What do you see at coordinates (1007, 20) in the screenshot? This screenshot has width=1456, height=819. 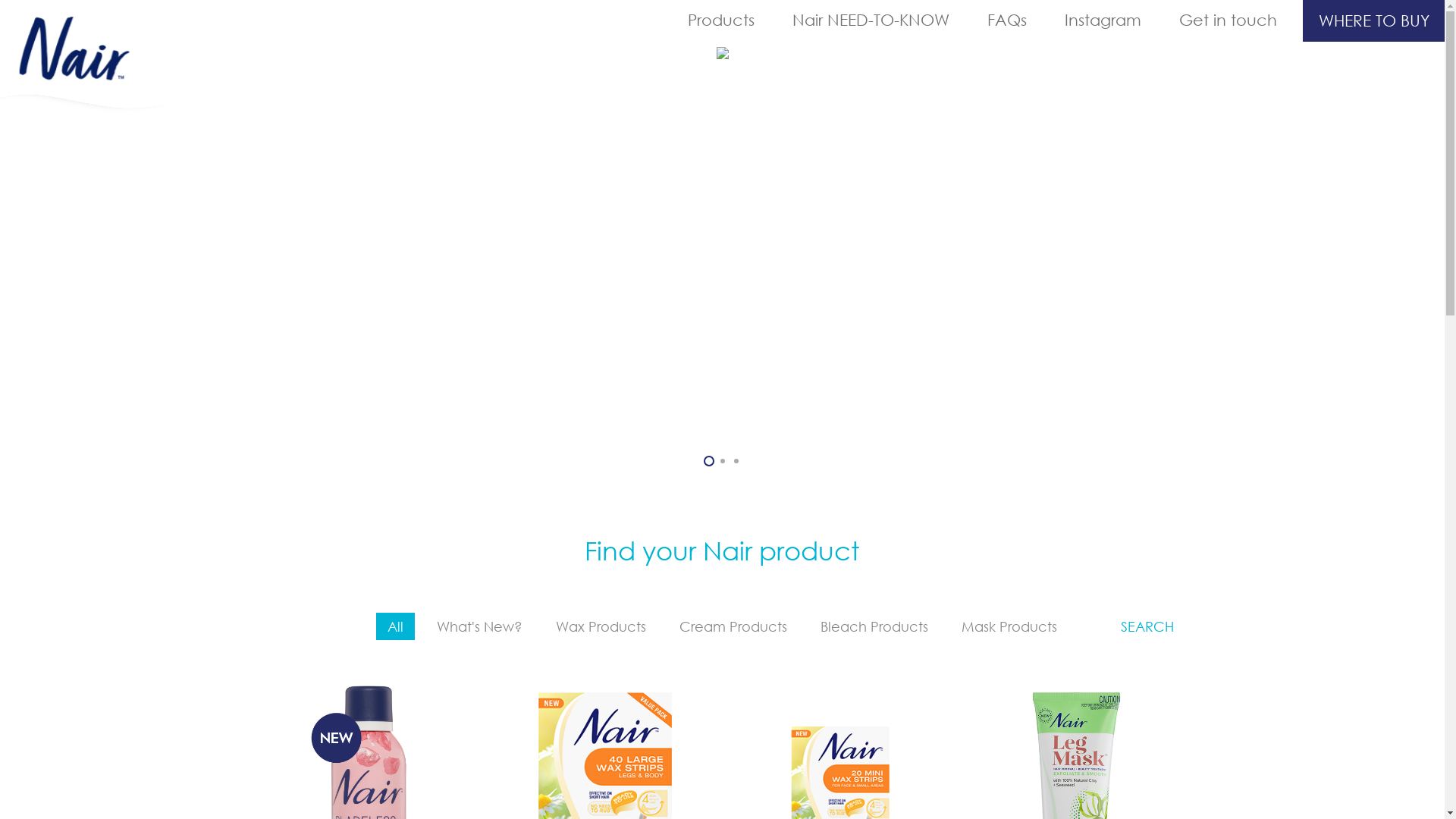 I see `'FAQs'` at bounding box center [1007, 20].